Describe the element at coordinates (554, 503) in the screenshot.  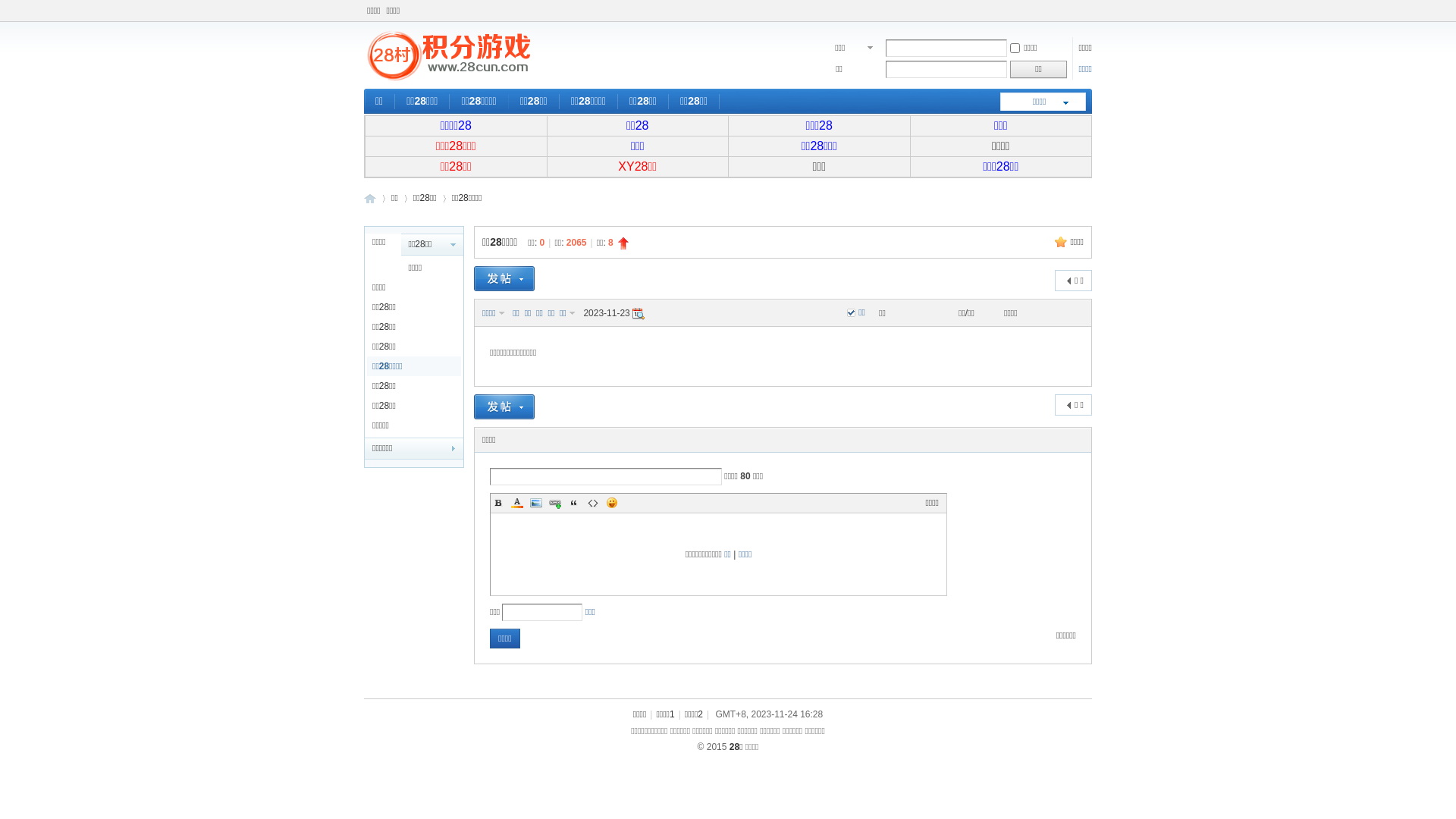
I see `'Link'` at that location.